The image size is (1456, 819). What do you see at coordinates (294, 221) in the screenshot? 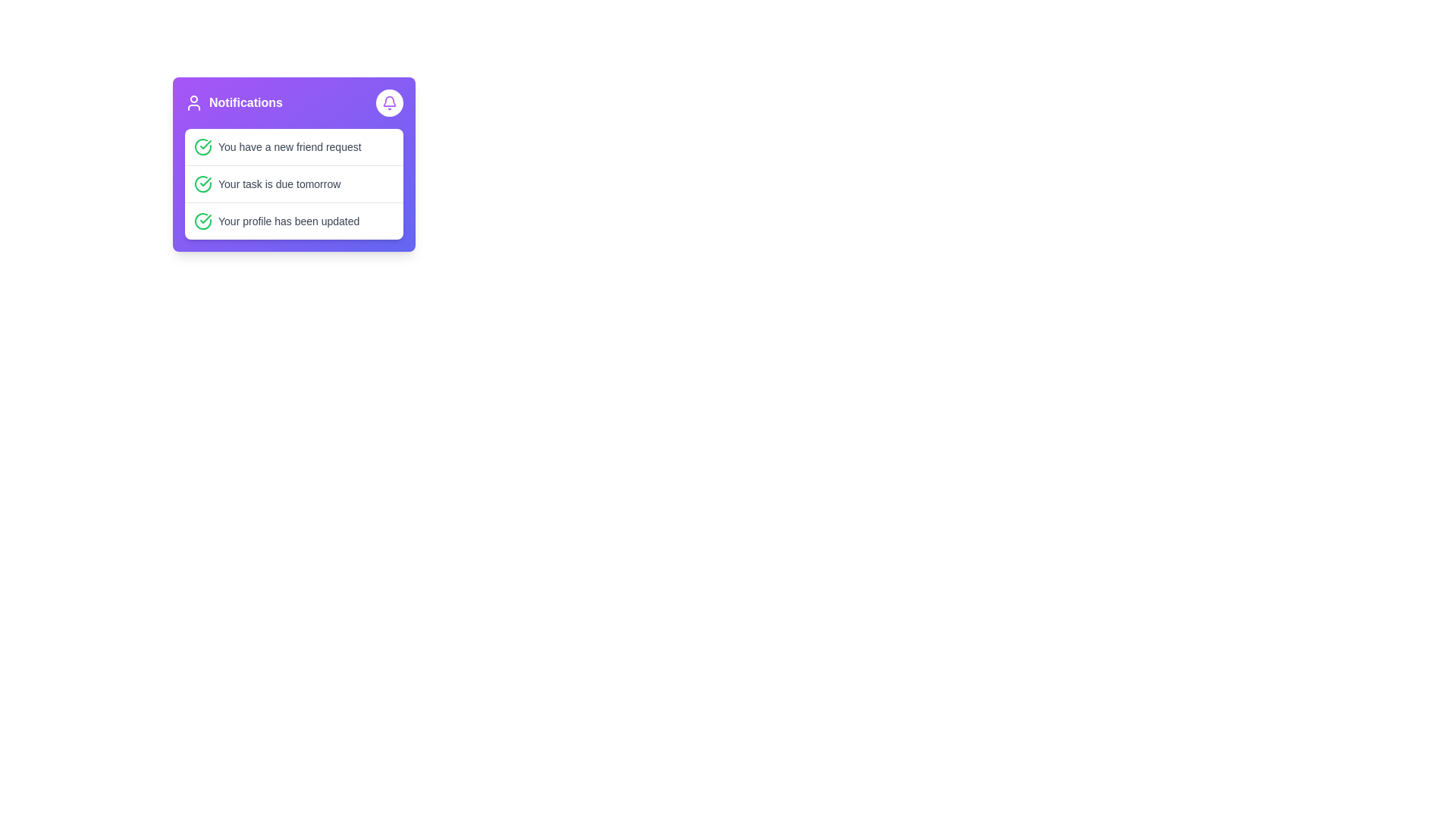
I see `the third notification item with a white background containing a green checkmark icon and the text 'Your profile has been updated' for more details` at bounding box center [294, 221].